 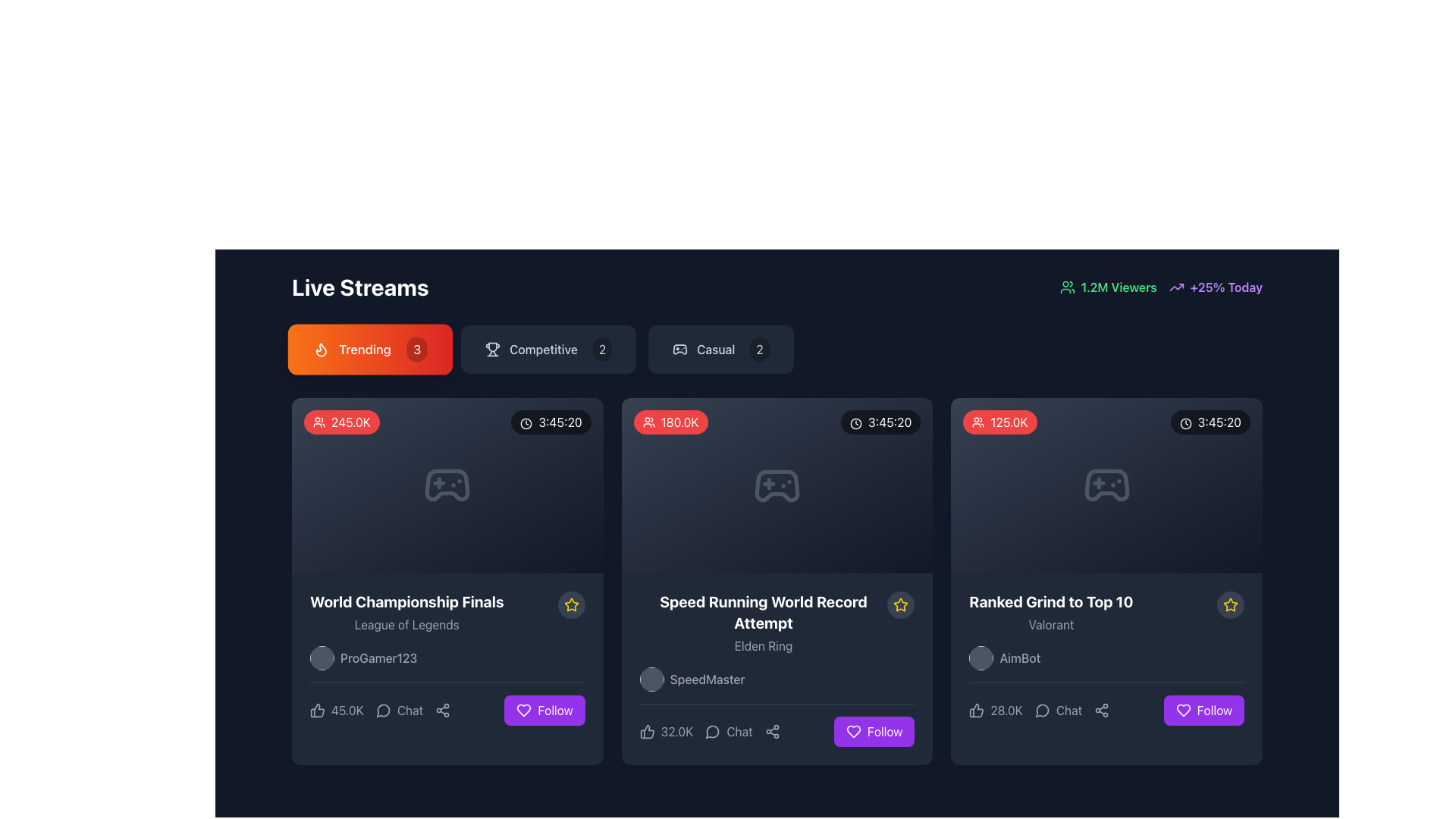 I want to click on the icons in the Composite UI element at the bottom right of the 'Speed Running World Record Attempt' panel, associated with the 'SpeedMaster' user, so click(x=777, y=724).